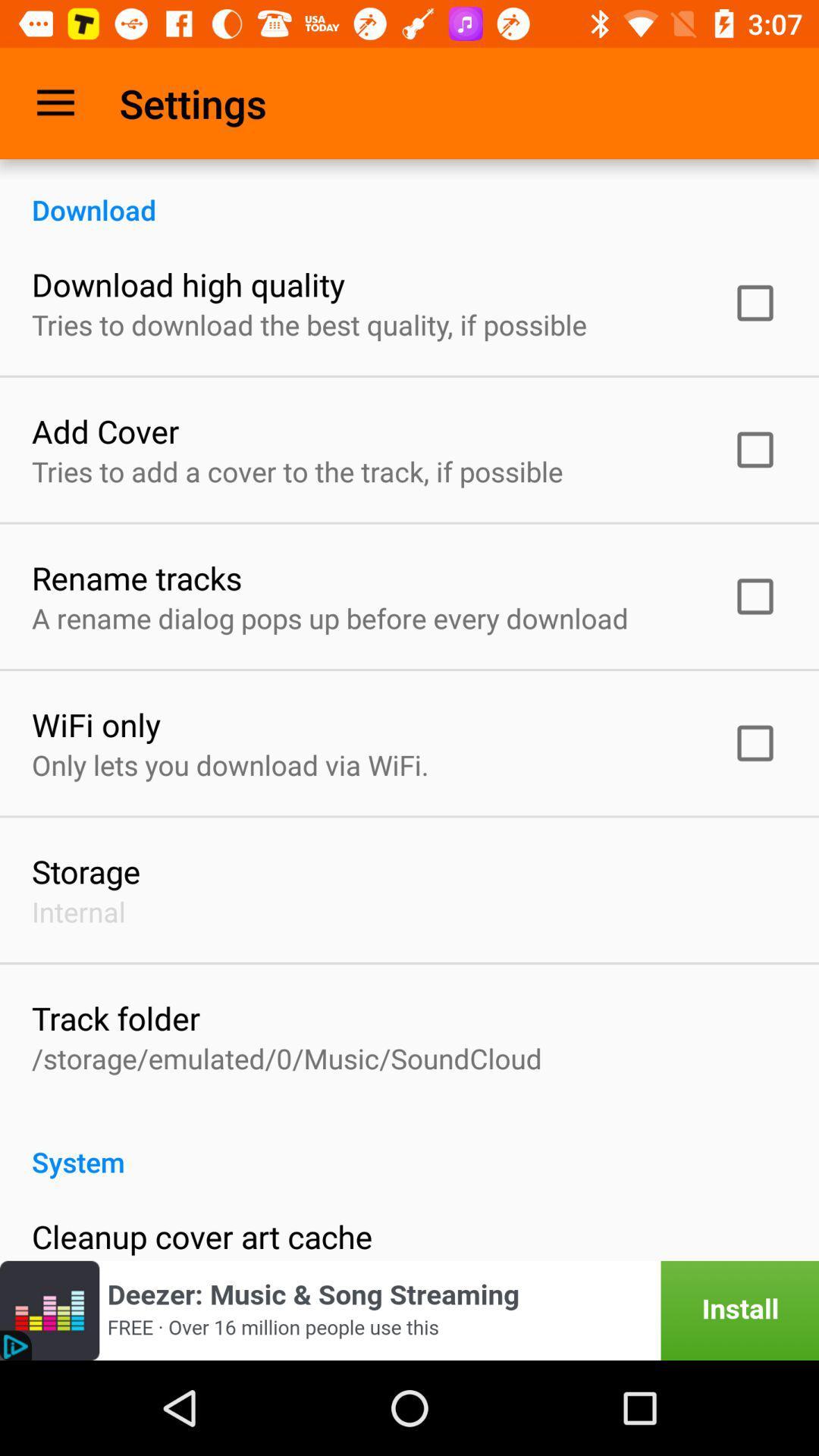 This screenshot has height=1456, width=819. I want to click on the storage emulated 0, so click(287, 1057).